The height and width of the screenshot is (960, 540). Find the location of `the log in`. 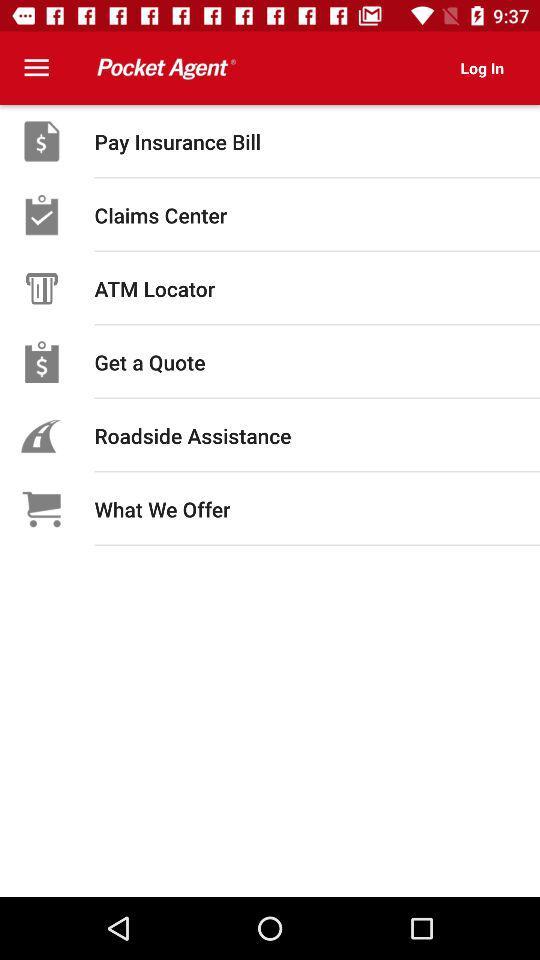

the log in is located at coordinates (481, 68).